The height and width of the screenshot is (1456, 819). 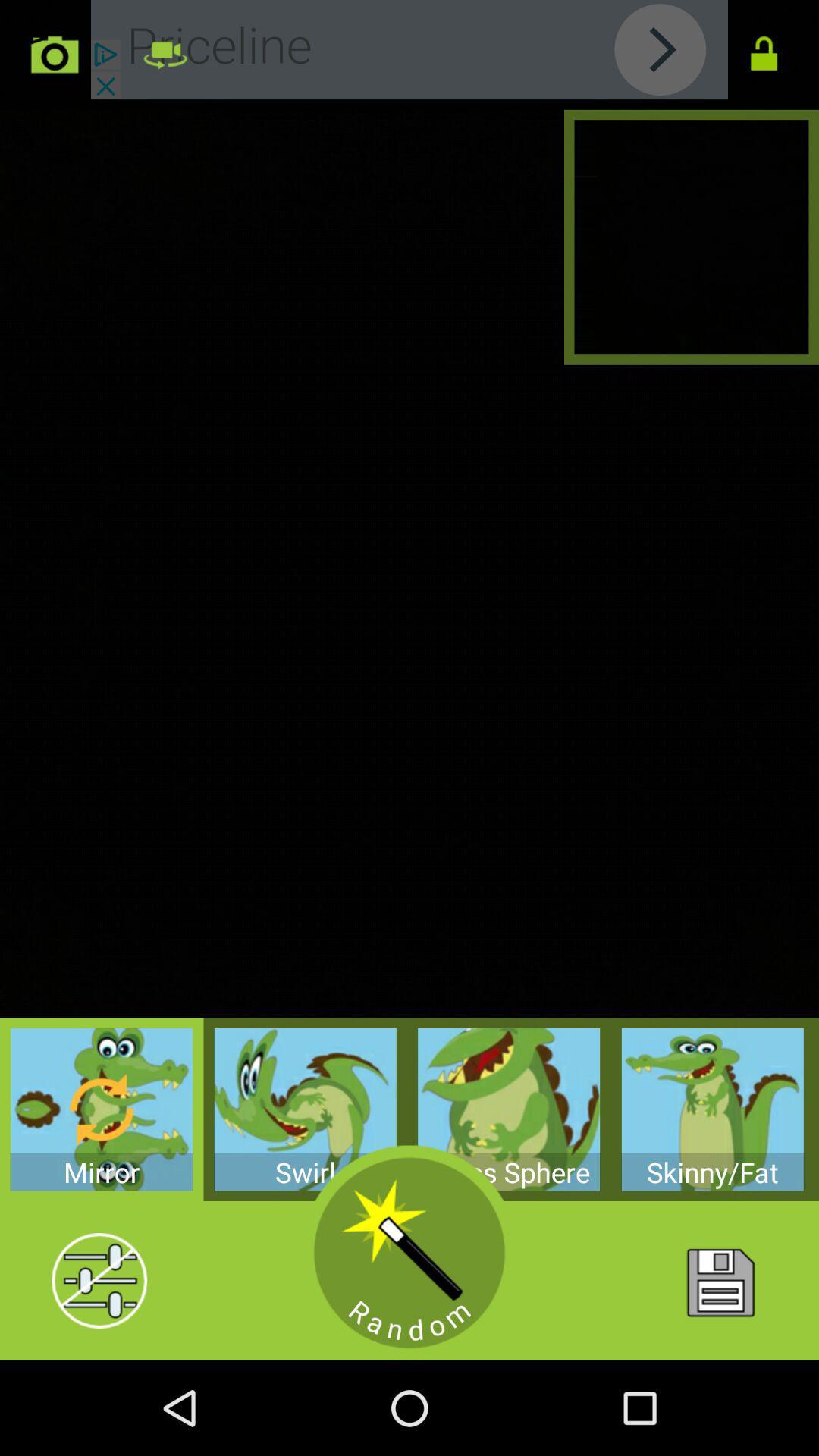 I want to click on edit sliders, so click(x=99, y=1280).